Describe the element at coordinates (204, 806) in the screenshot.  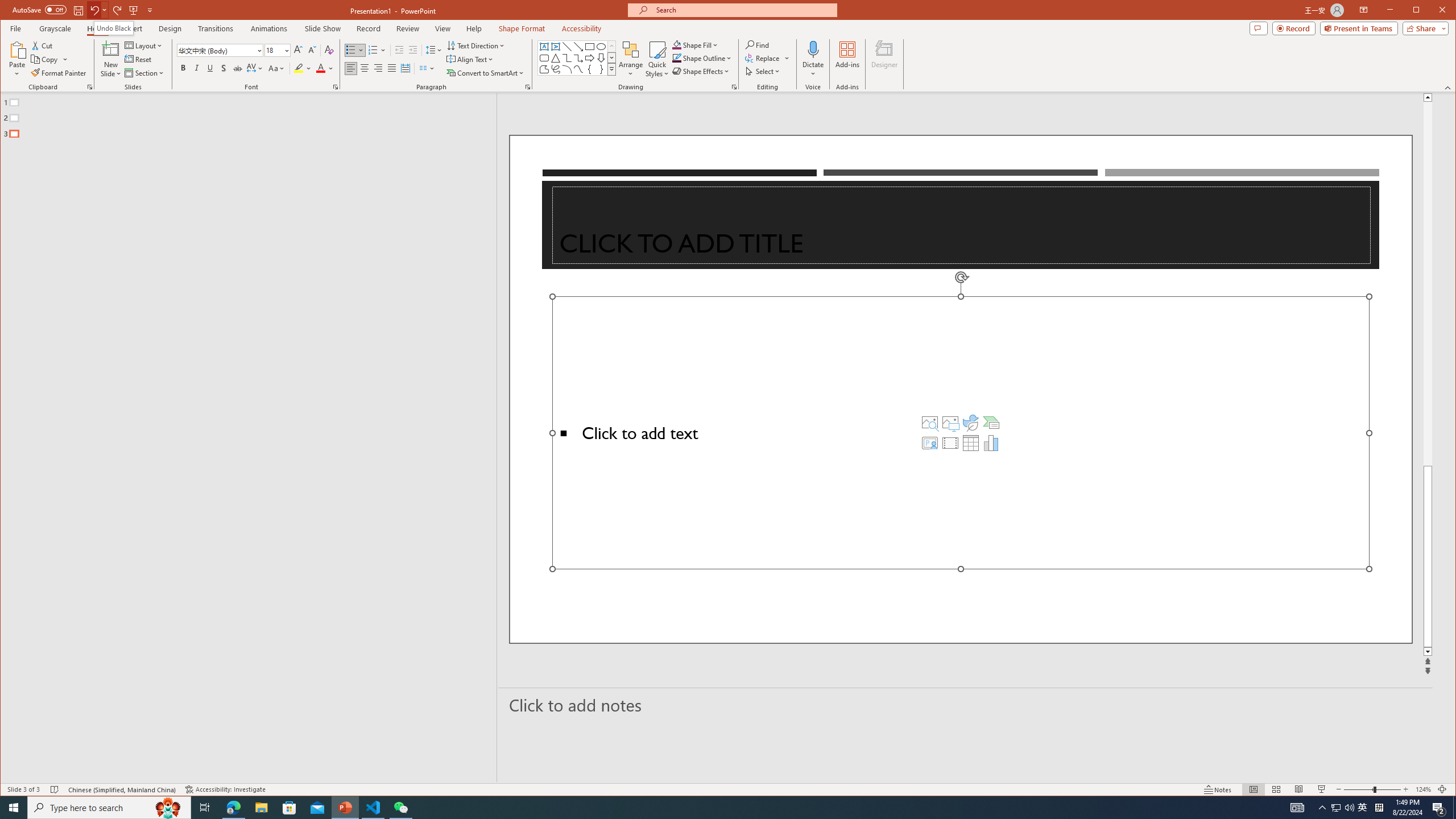
I see `'Task View'` at that location.